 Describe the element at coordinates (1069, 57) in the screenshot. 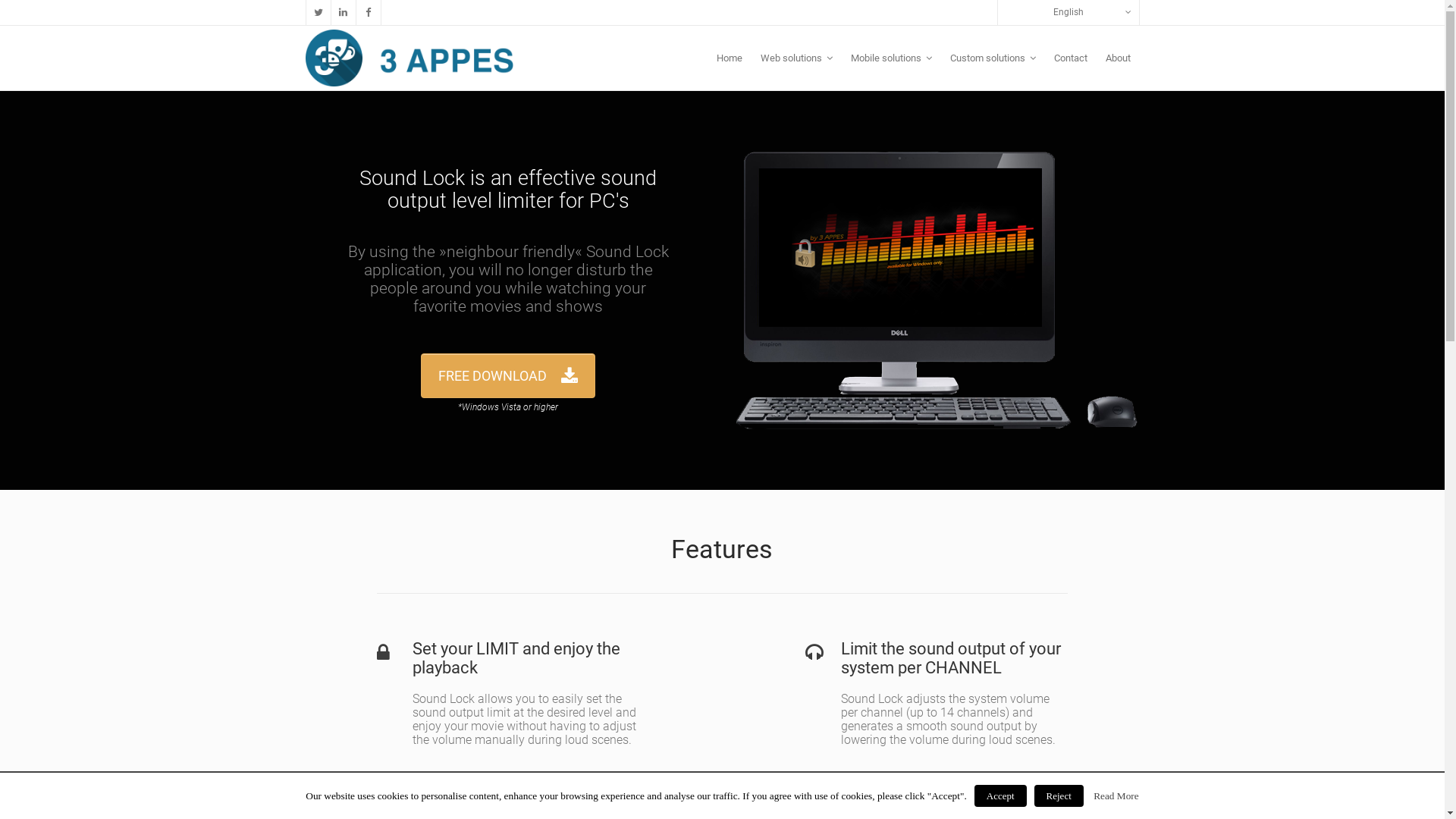

I see `'Contact'` at that location.